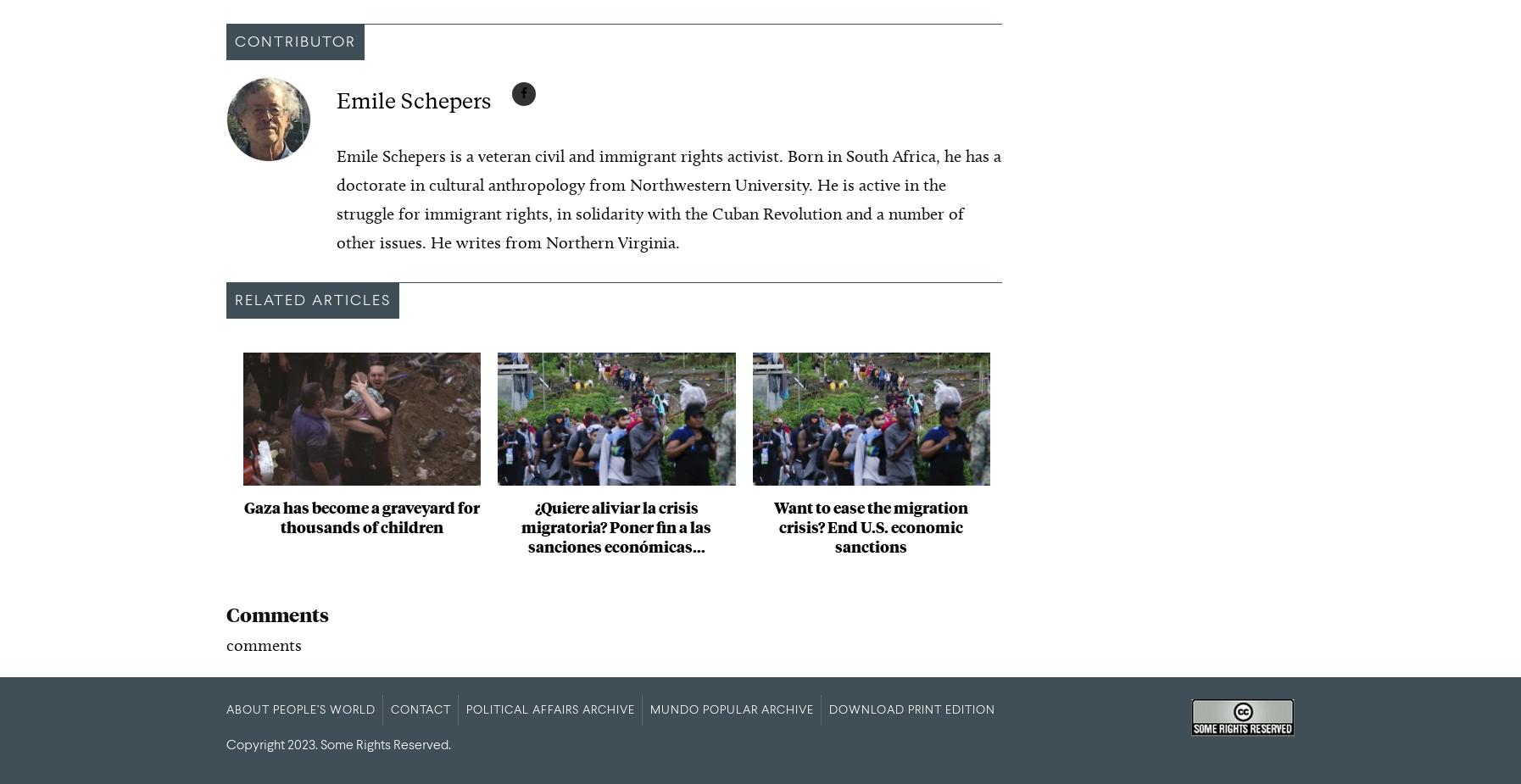 The height and width of the screenshot is (784, 1521). Describe the element at coordinates (413, 99) in the screenshot. I see `'Emile Schepers'` at that location.